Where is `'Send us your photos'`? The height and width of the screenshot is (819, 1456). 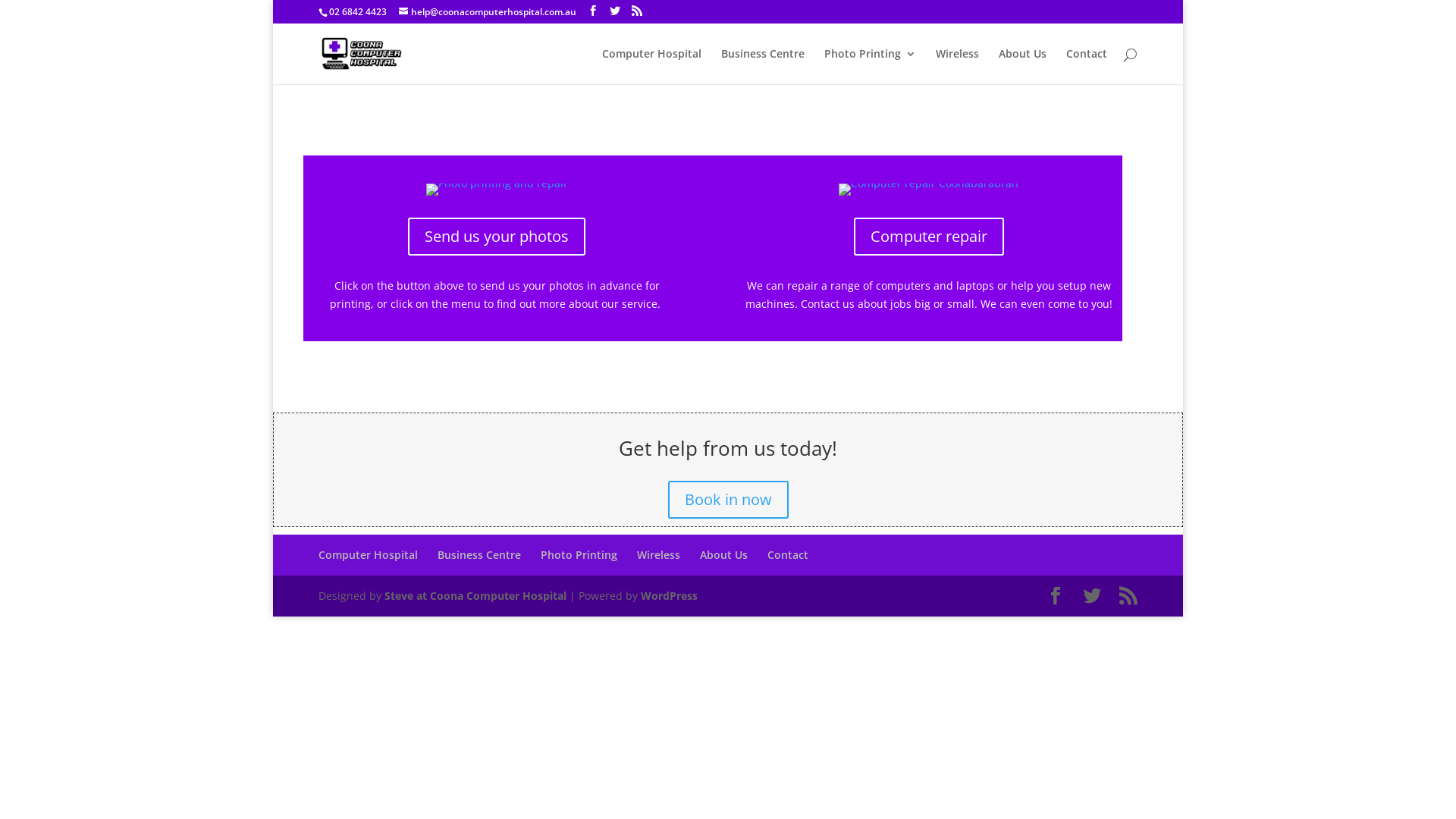 'Send us your photos' is located at coordinates (407, 237).